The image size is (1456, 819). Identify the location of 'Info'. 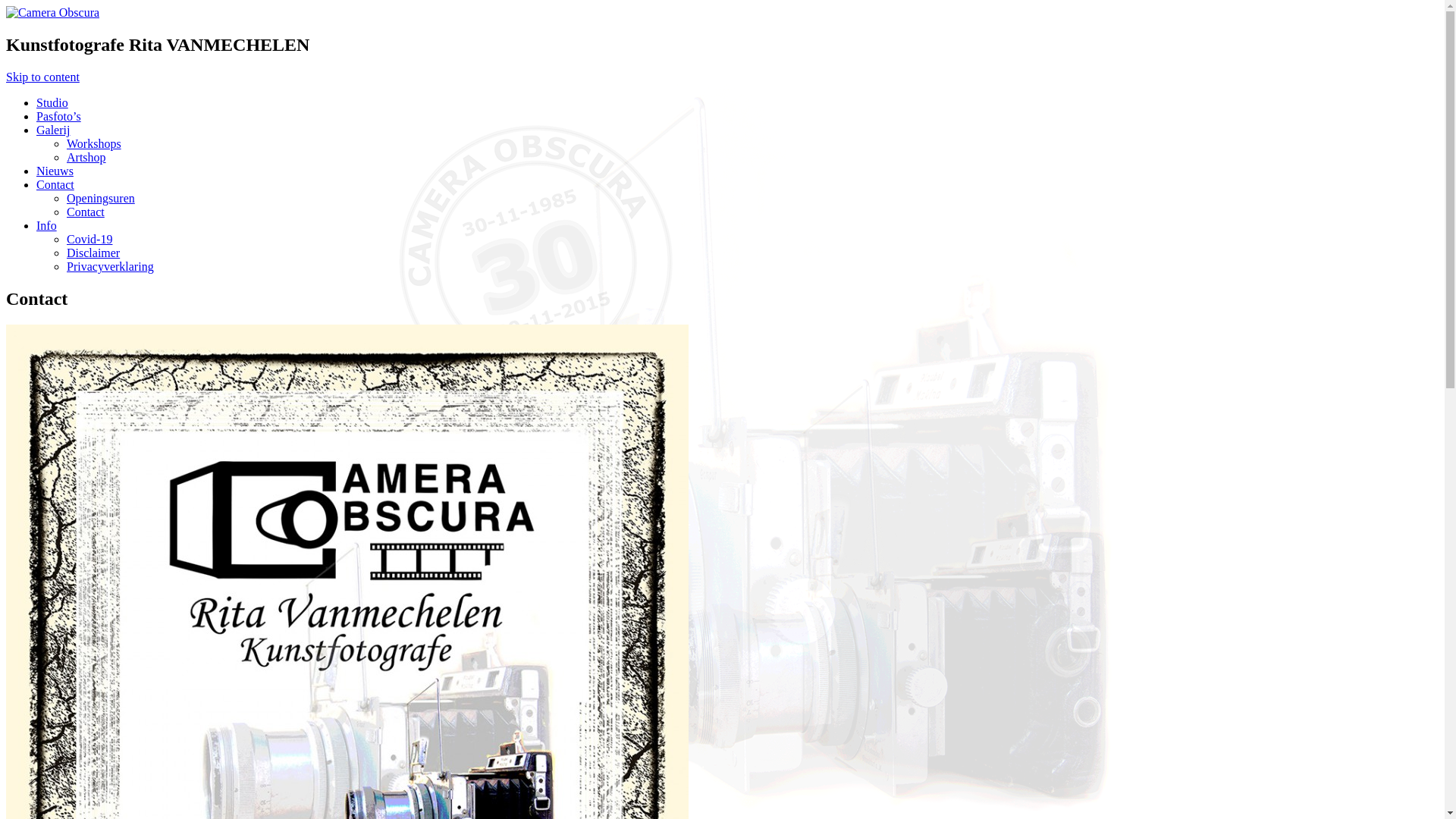
(46, 225).